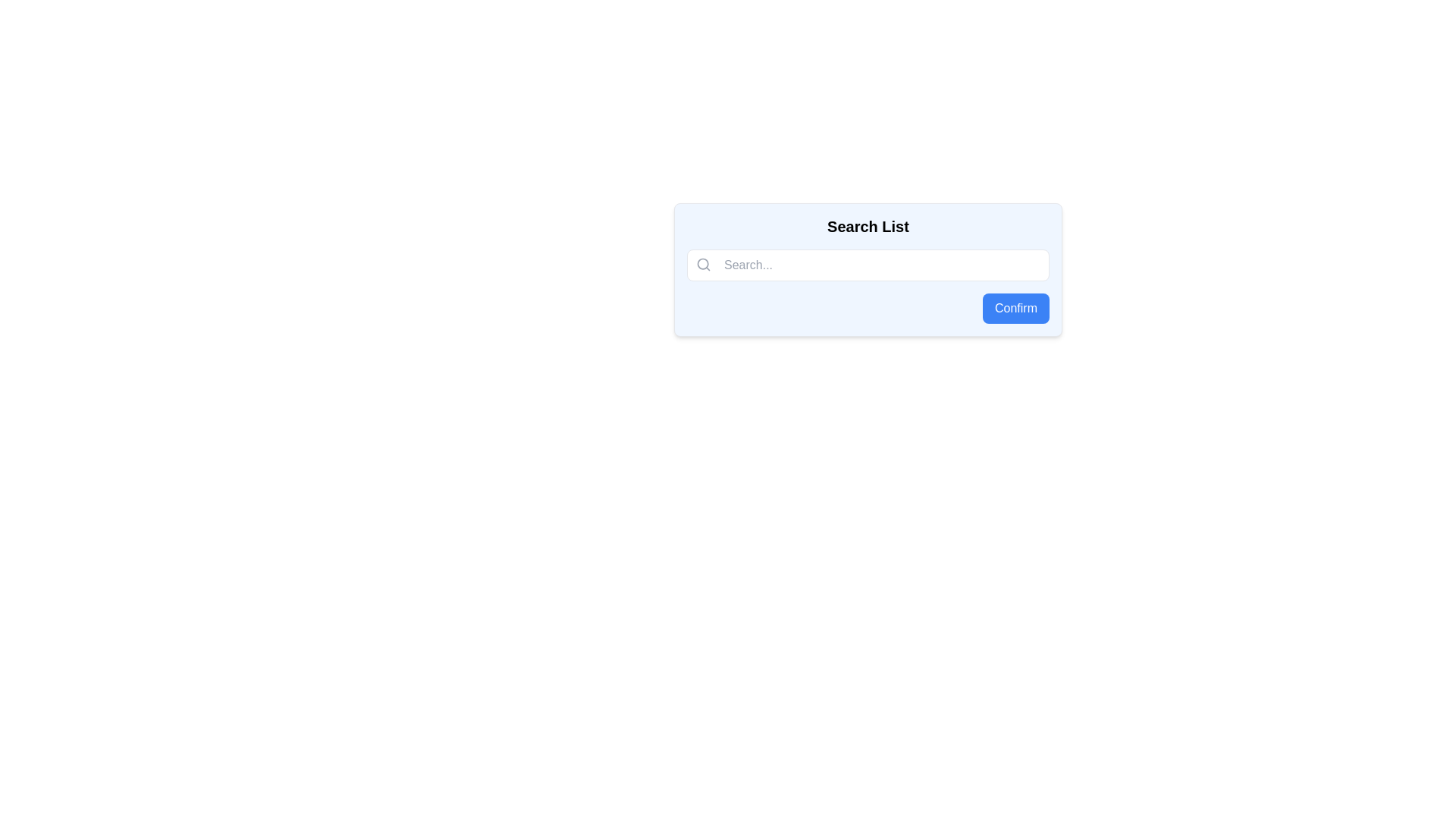 Image resolution: width=1456 pixels, height=819 pixels. What do you see at coordinates (1015, 308) in the screenshot?
I see `the 'Confirm' button, which has a blue background and white text` at bounding box center [1015, 308].